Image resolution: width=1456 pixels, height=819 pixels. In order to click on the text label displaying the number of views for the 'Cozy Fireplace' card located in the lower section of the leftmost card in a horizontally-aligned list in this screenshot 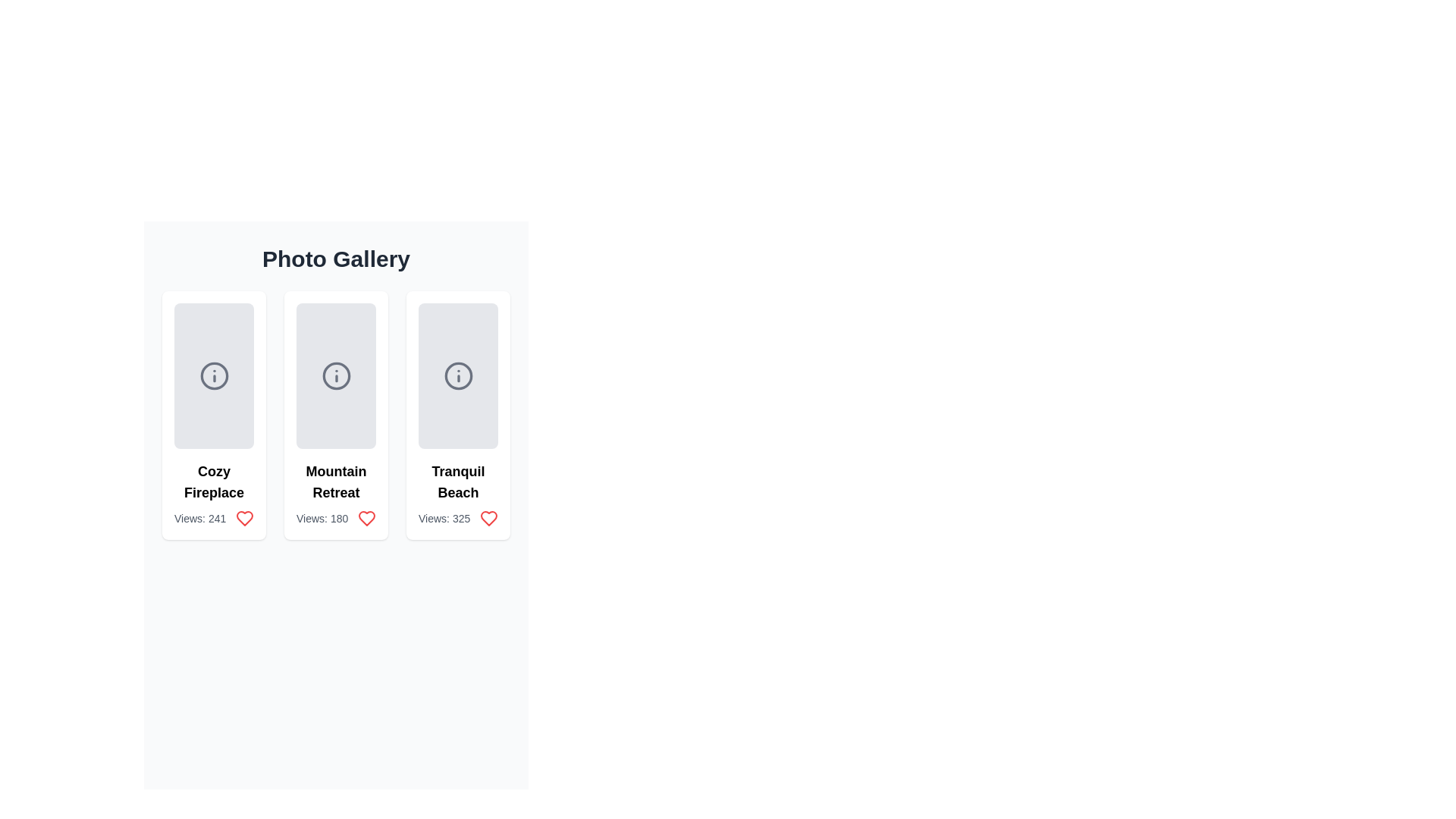, I will do `click(199, 517)`.